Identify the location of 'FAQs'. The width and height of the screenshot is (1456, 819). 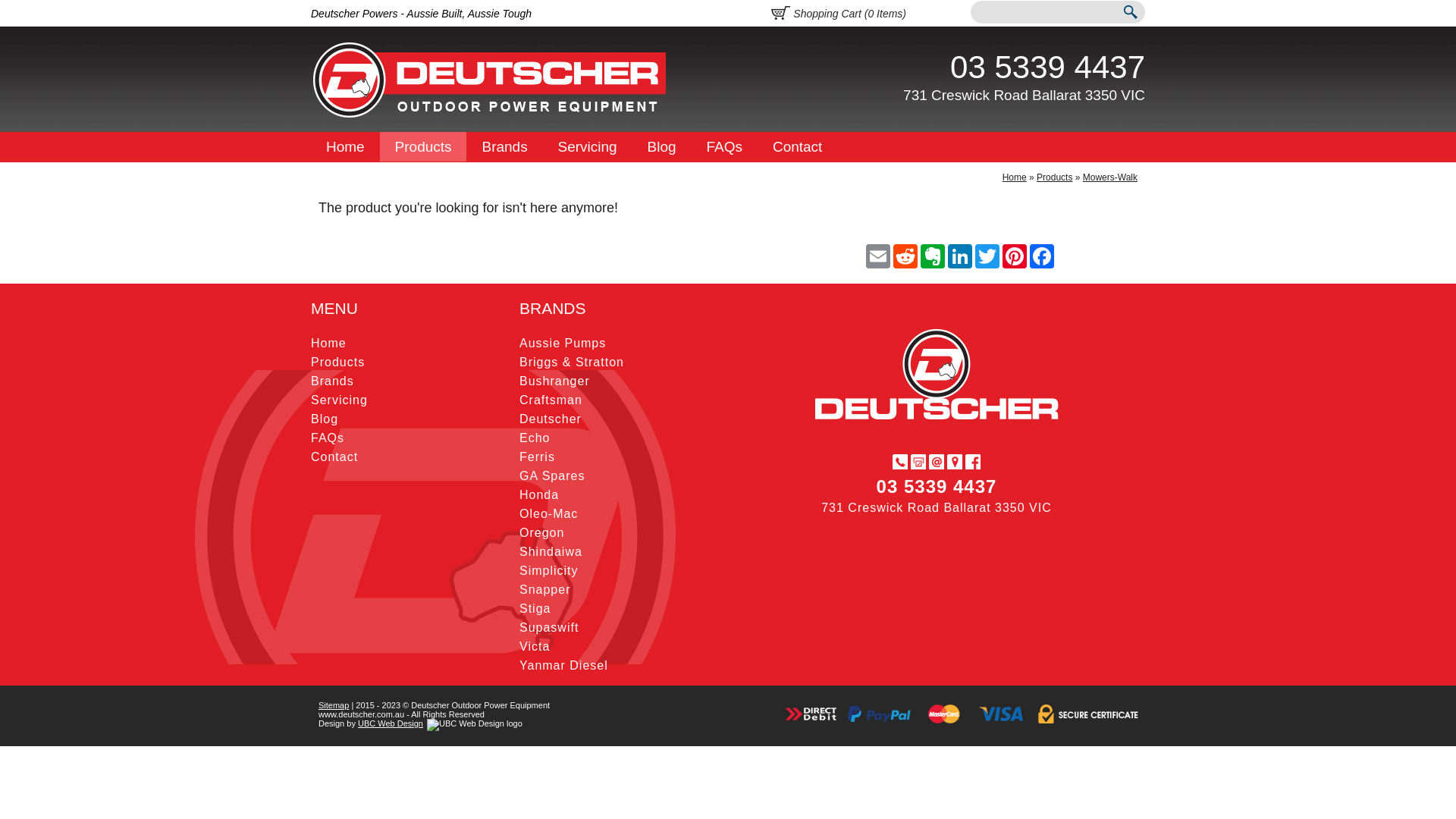
(327, 438).